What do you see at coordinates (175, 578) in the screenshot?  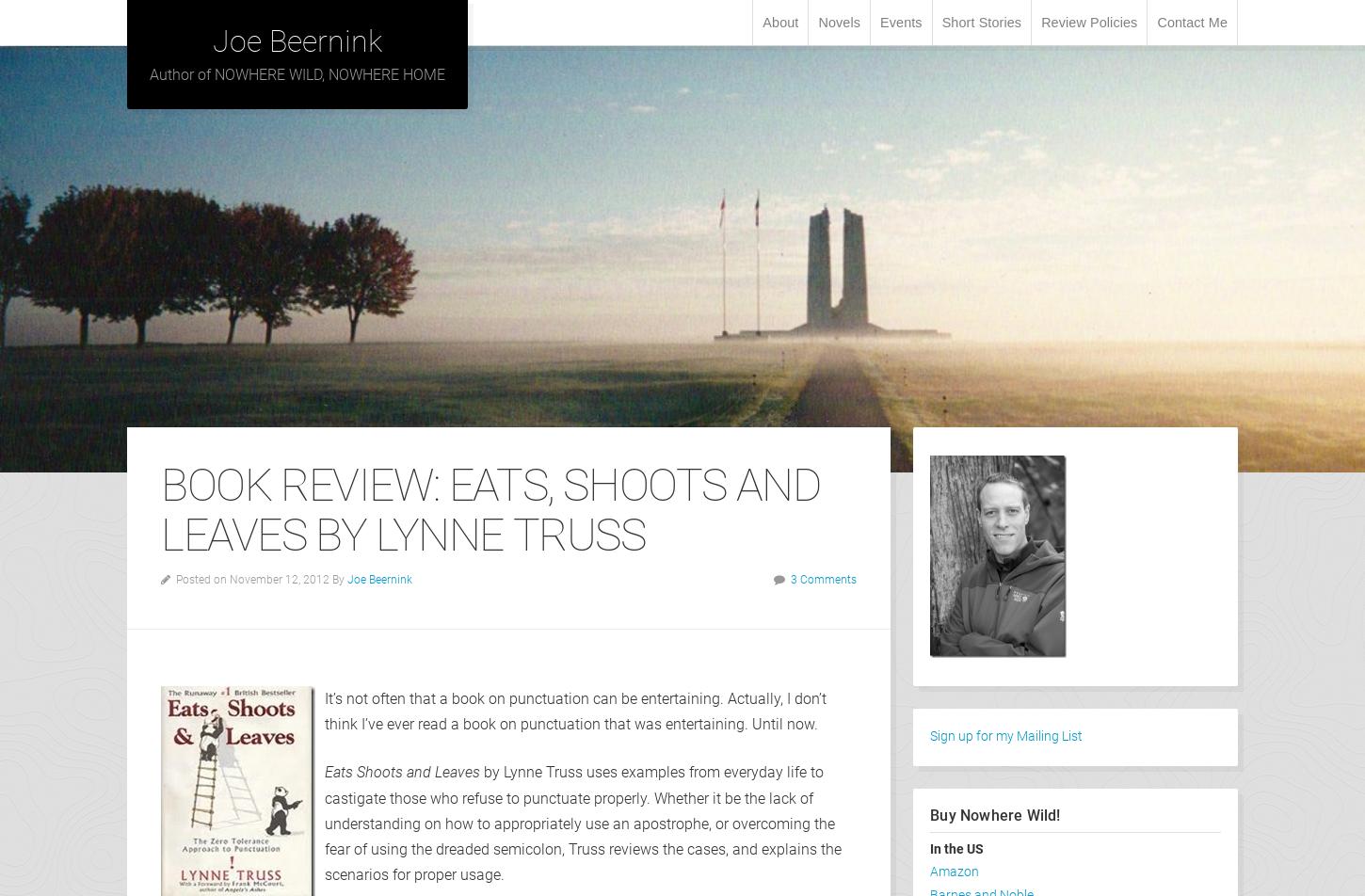 I see `'Posted on November 12, 2012'` at bounding box center [175, 578].